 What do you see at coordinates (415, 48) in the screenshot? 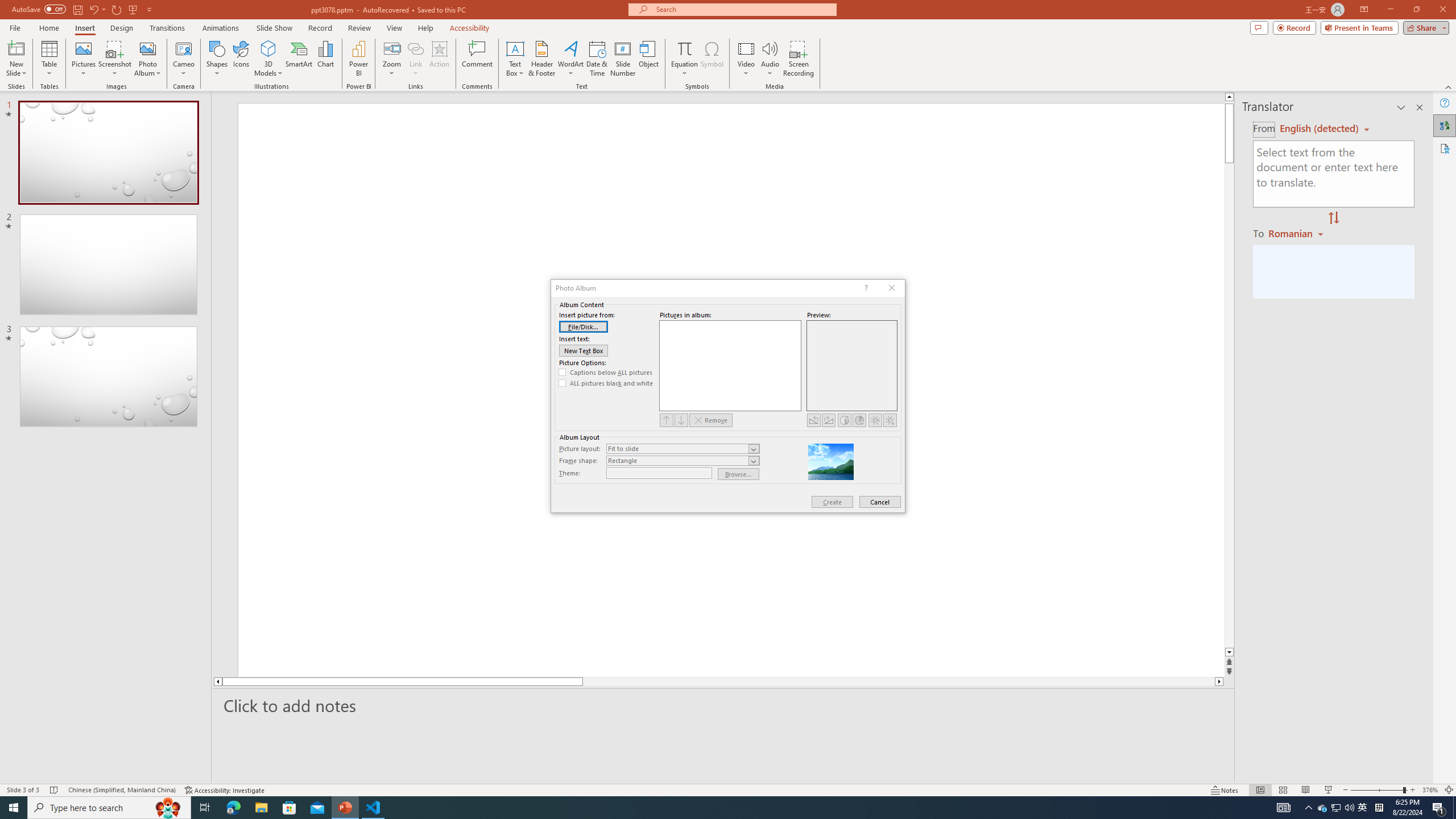
I see `'Link'` at bounding box center [415, 48].